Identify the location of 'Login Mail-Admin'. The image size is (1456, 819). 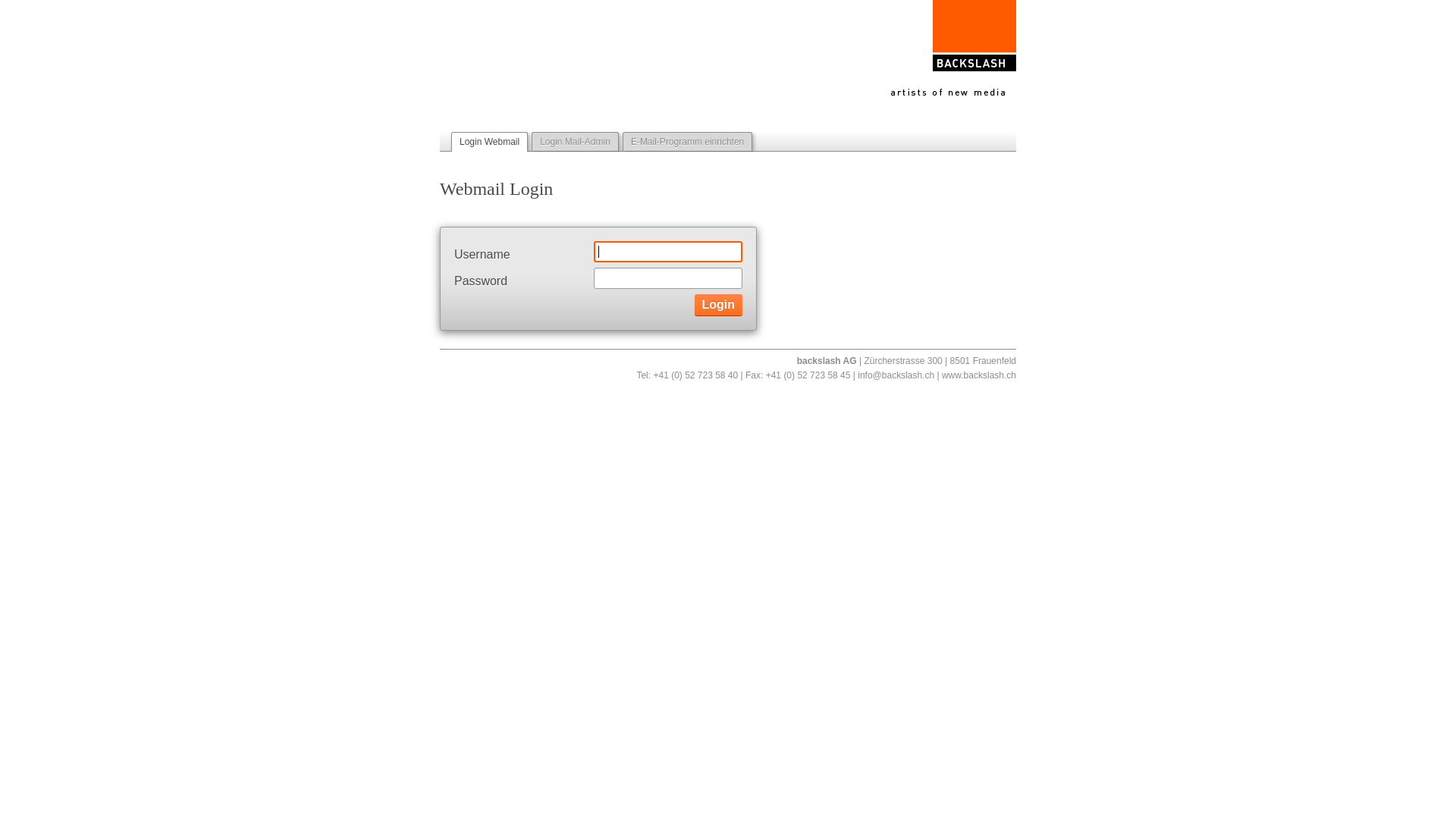
(574, 141).